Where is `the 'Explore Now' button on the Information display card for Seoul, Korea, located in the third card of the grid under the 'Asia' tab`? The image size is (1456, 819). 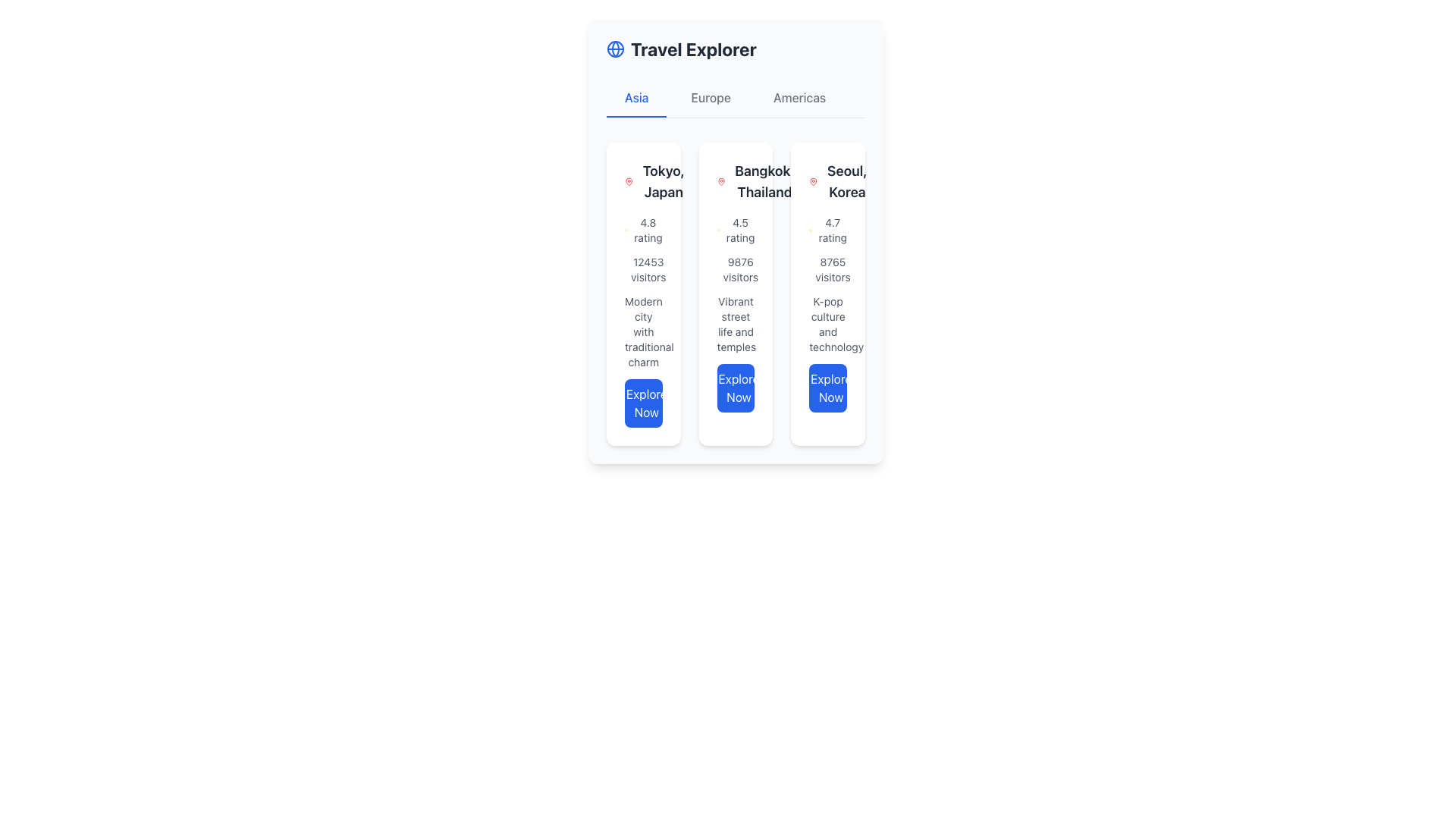 the 'Explore Now' button on the Information display card for Seoul, Korea, located in the third card of the grid under the 'Asia' tab is located at coordinates (827, 294).